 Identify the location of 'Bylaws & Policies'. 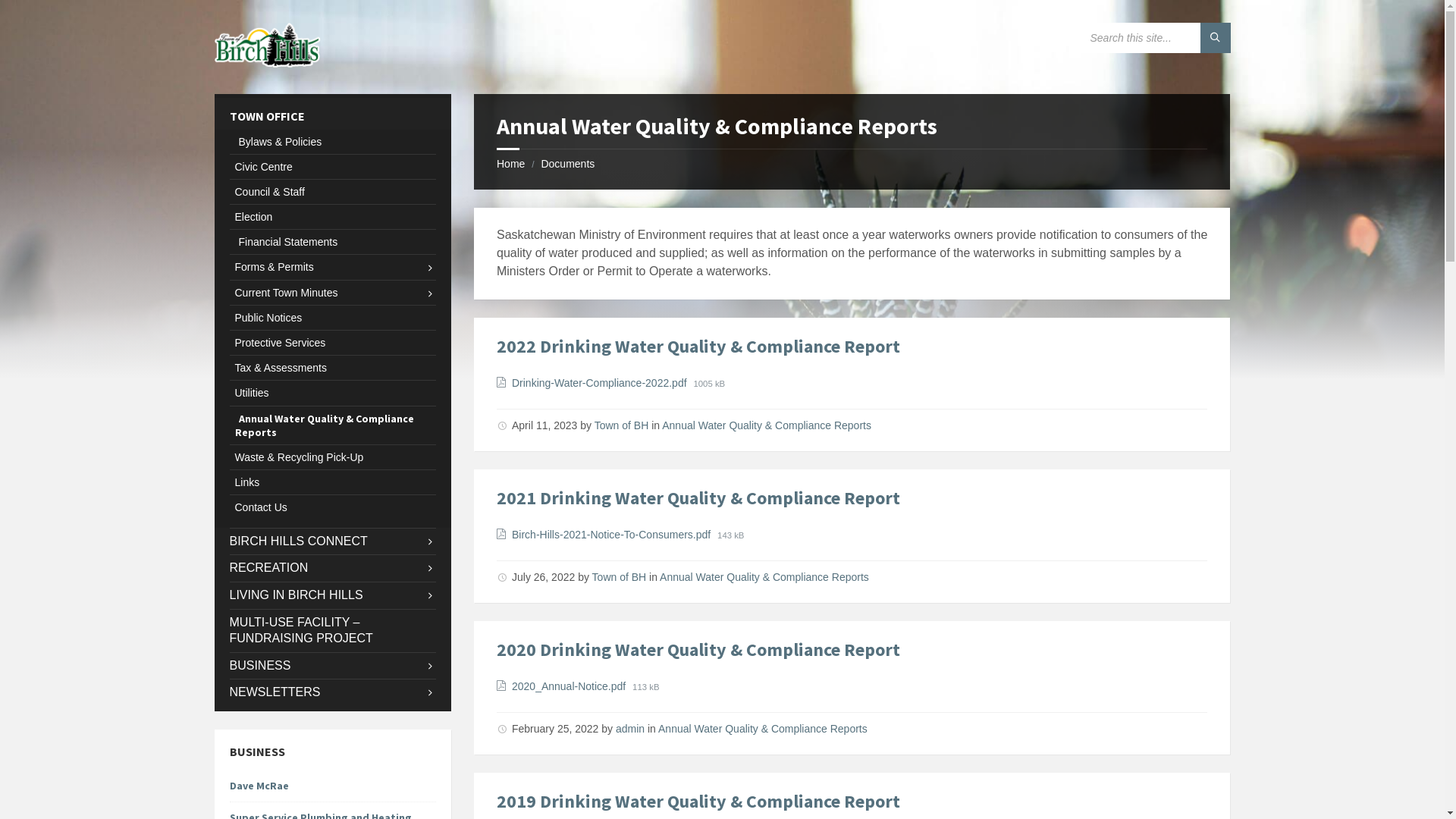
(331, 141).